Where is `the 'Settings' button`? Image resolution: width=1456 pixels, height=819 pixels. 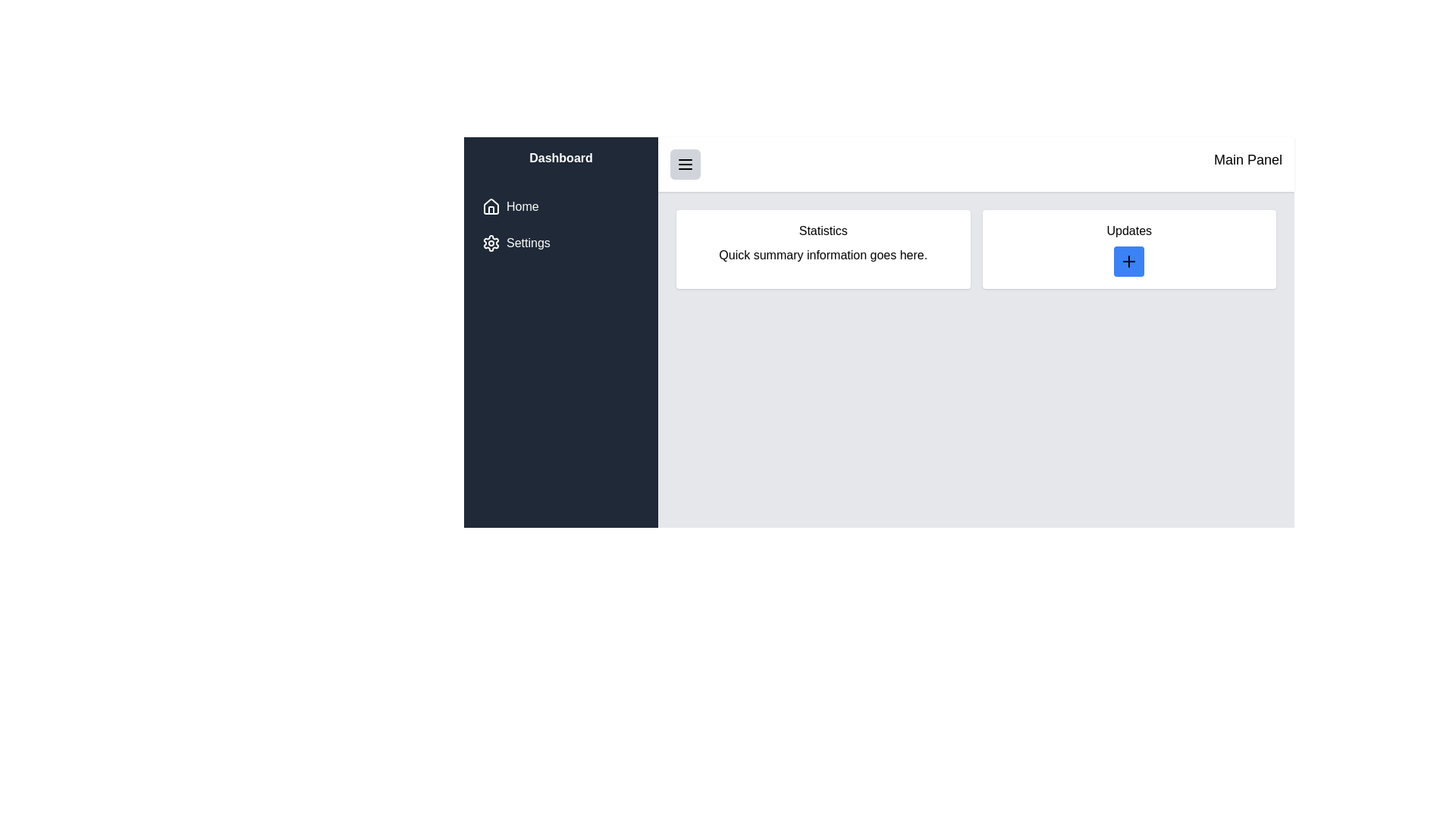
the 'Settings' button is located at coordinates (560, 242).